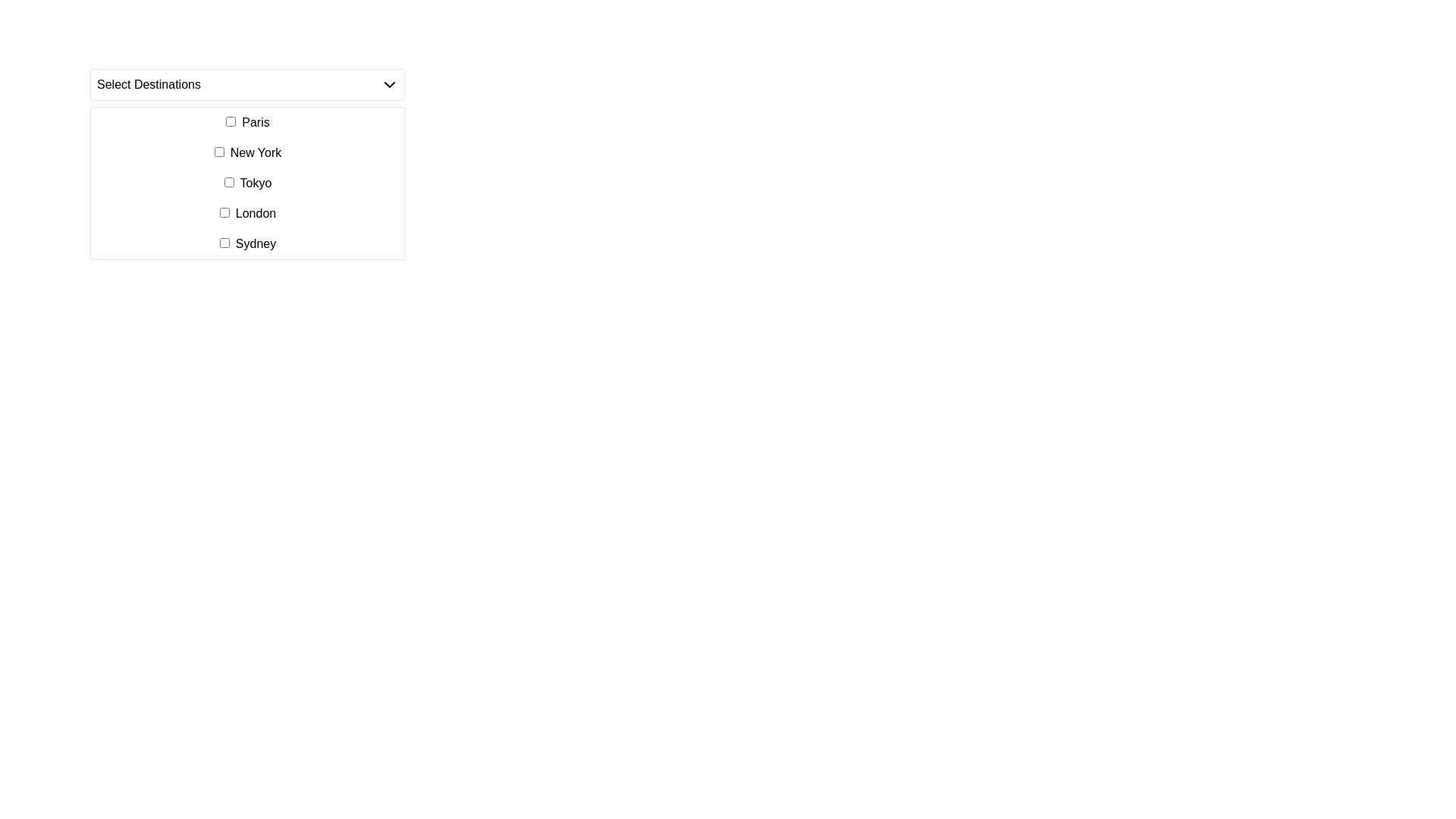 The width and height of the screenshot is (1456, 819). What do you see at coordinates (247, 243) in the screenshot?
I see `the checkbox labeled 'Sydney' in the fifth row of the multi-select dropdown` at bounding box center [247, 243].